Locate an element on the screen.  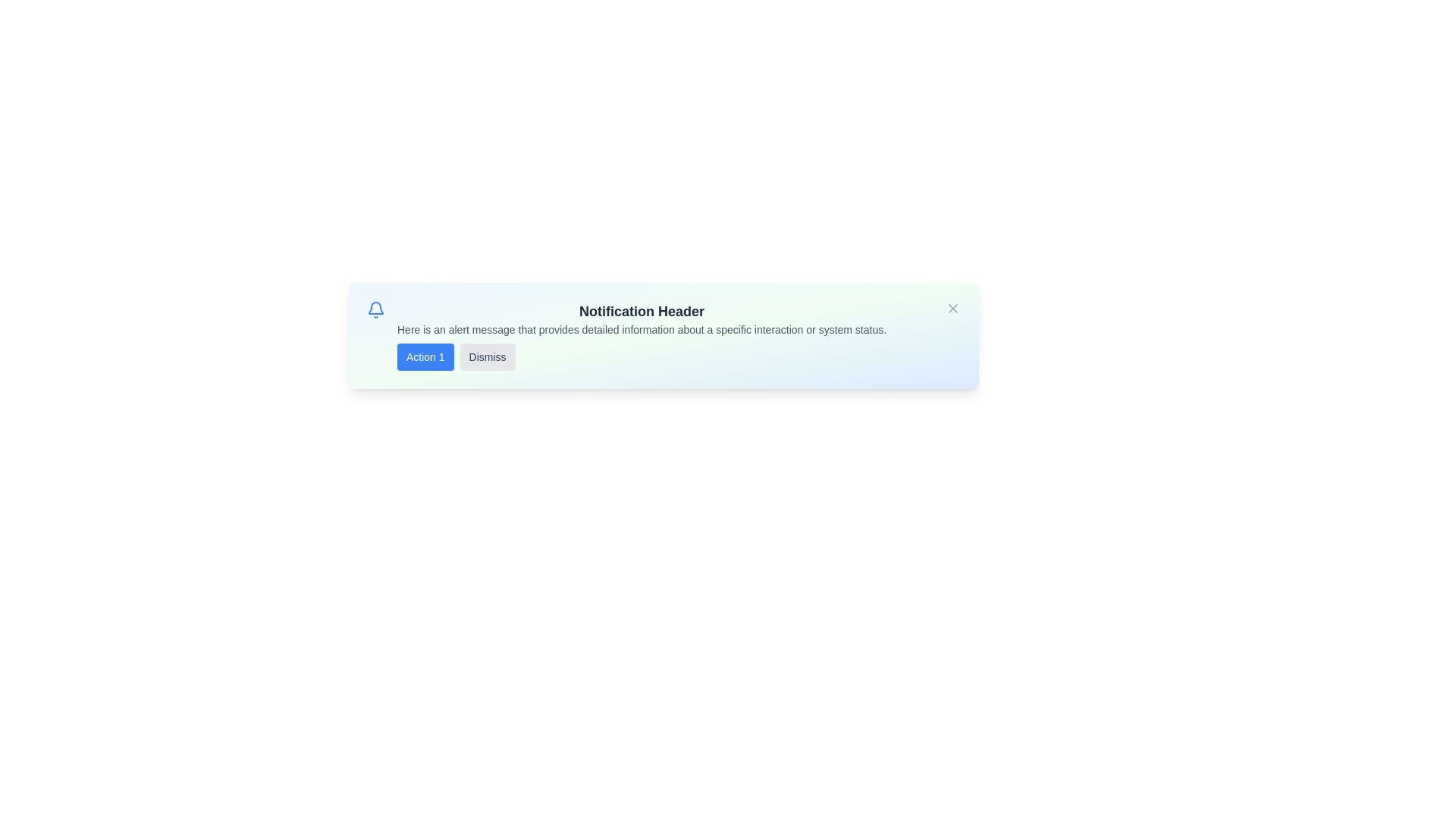
'Dismiss' button to hide the alert is located at coordinates (488, 356).